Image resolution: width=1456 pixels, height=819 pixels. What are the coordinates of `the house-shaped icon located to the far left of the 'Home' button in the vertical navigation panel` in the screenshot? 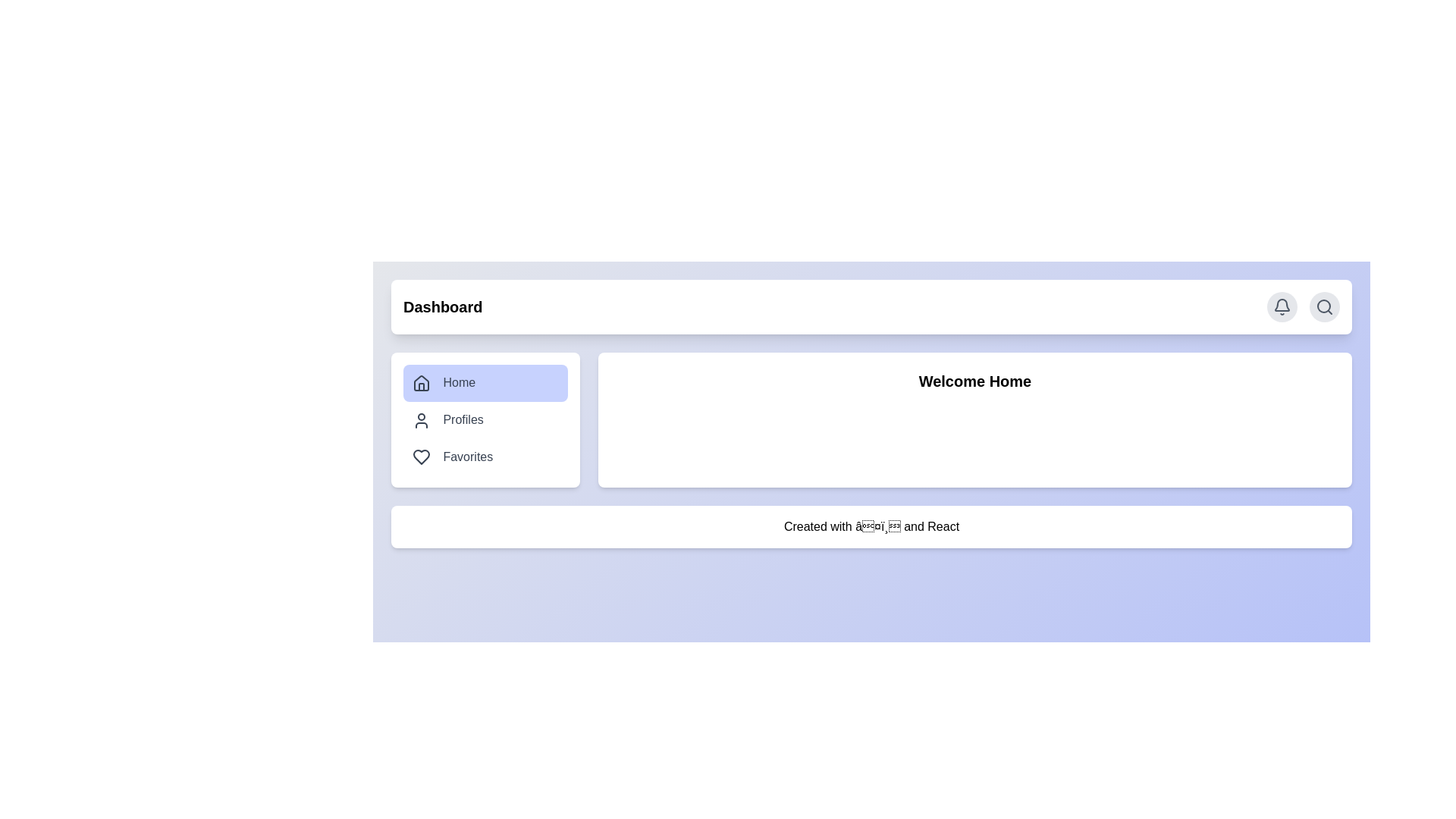 It's located at (422, 382).